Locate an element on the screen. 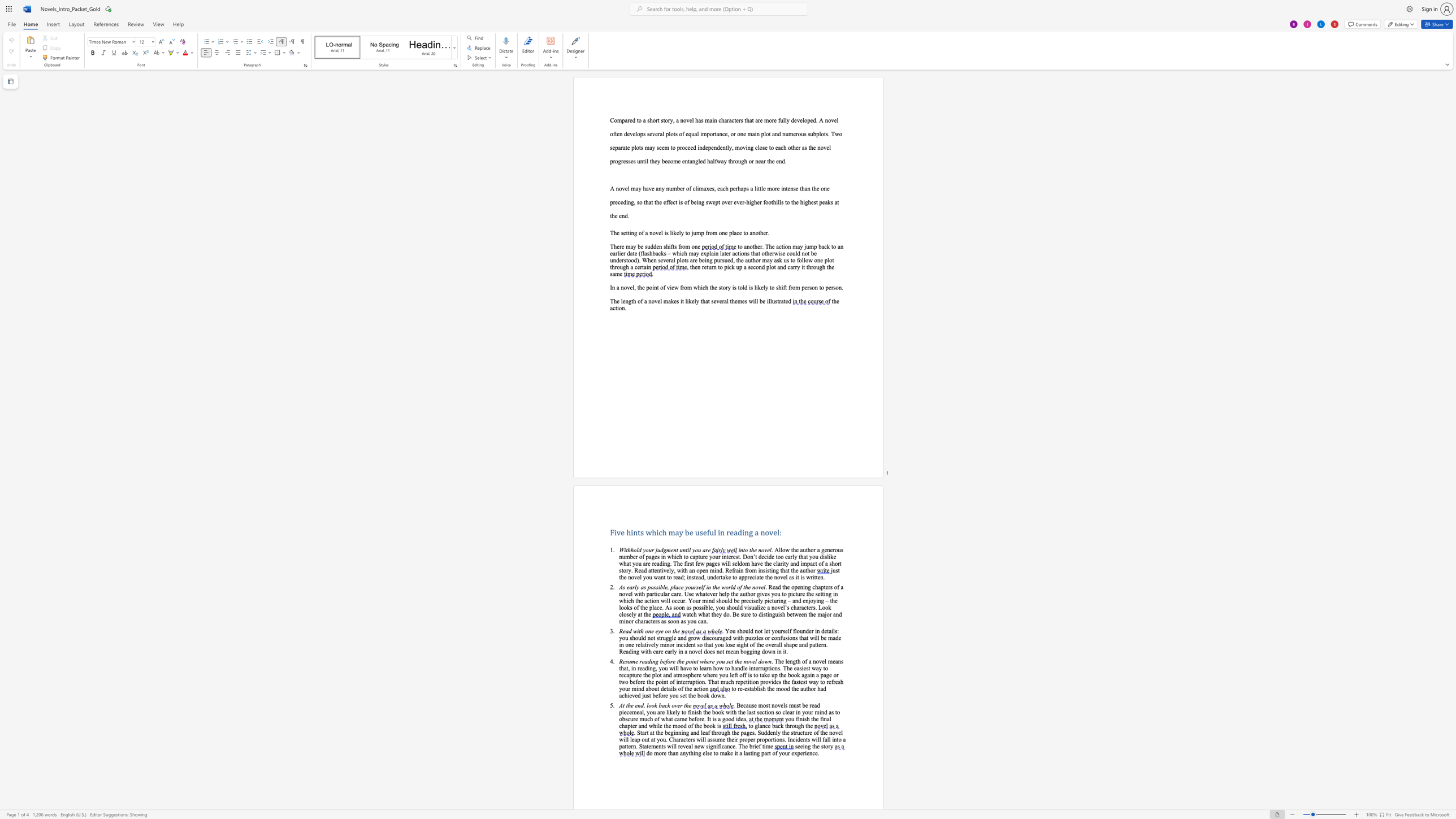 The height and width of the screenshot is (819, 1456). the 9th character "n" in the text is located at coordinates (757, 161).